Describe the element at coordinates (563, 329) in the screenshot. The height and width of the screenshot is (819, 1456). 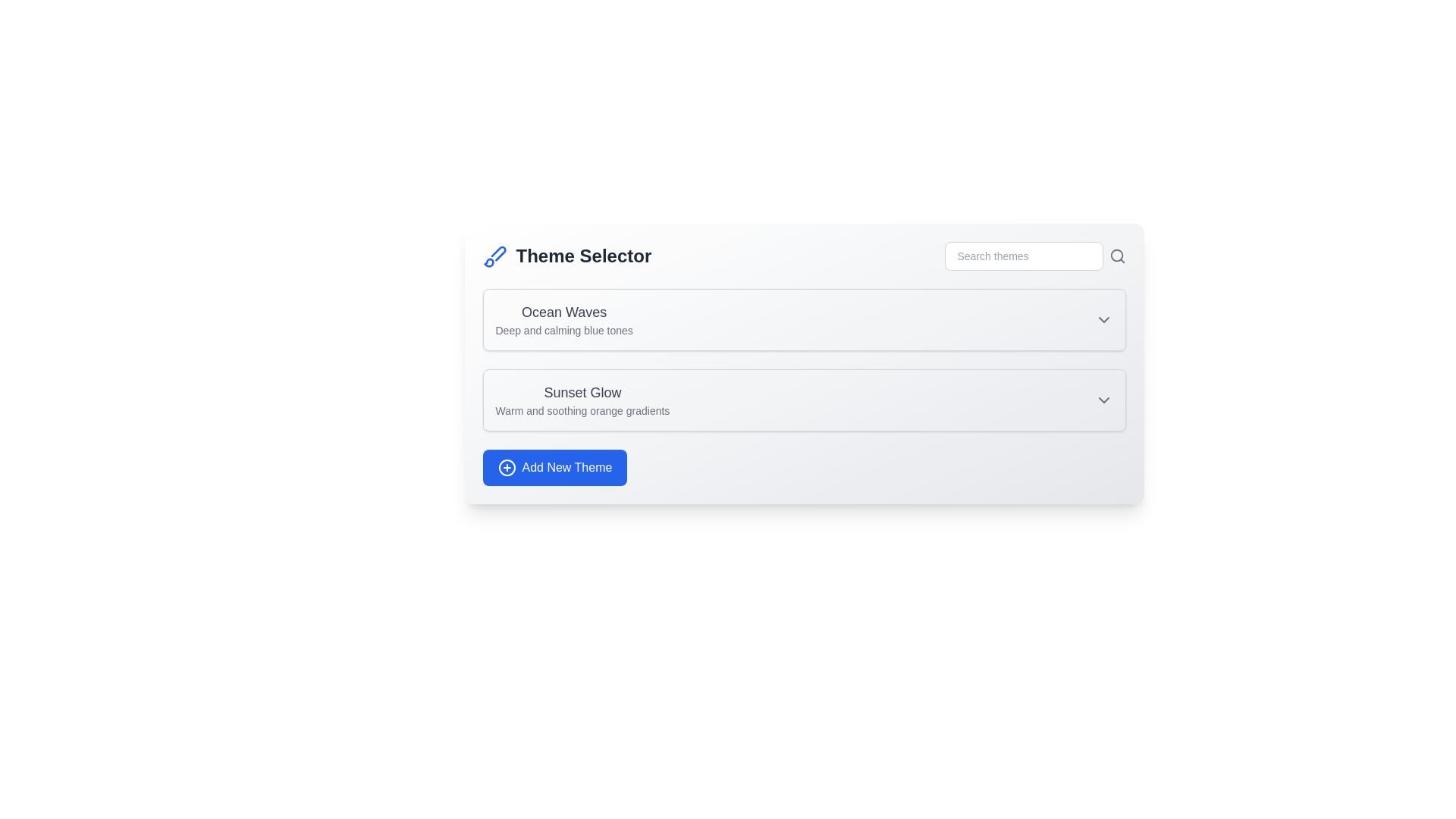
I see `the text label reading 'Deep and calming blue tones', which is styled in a smaller font and light gray color, located below the 'Ocean Waves' heading in the 'Theme Selector' interface` at that location.